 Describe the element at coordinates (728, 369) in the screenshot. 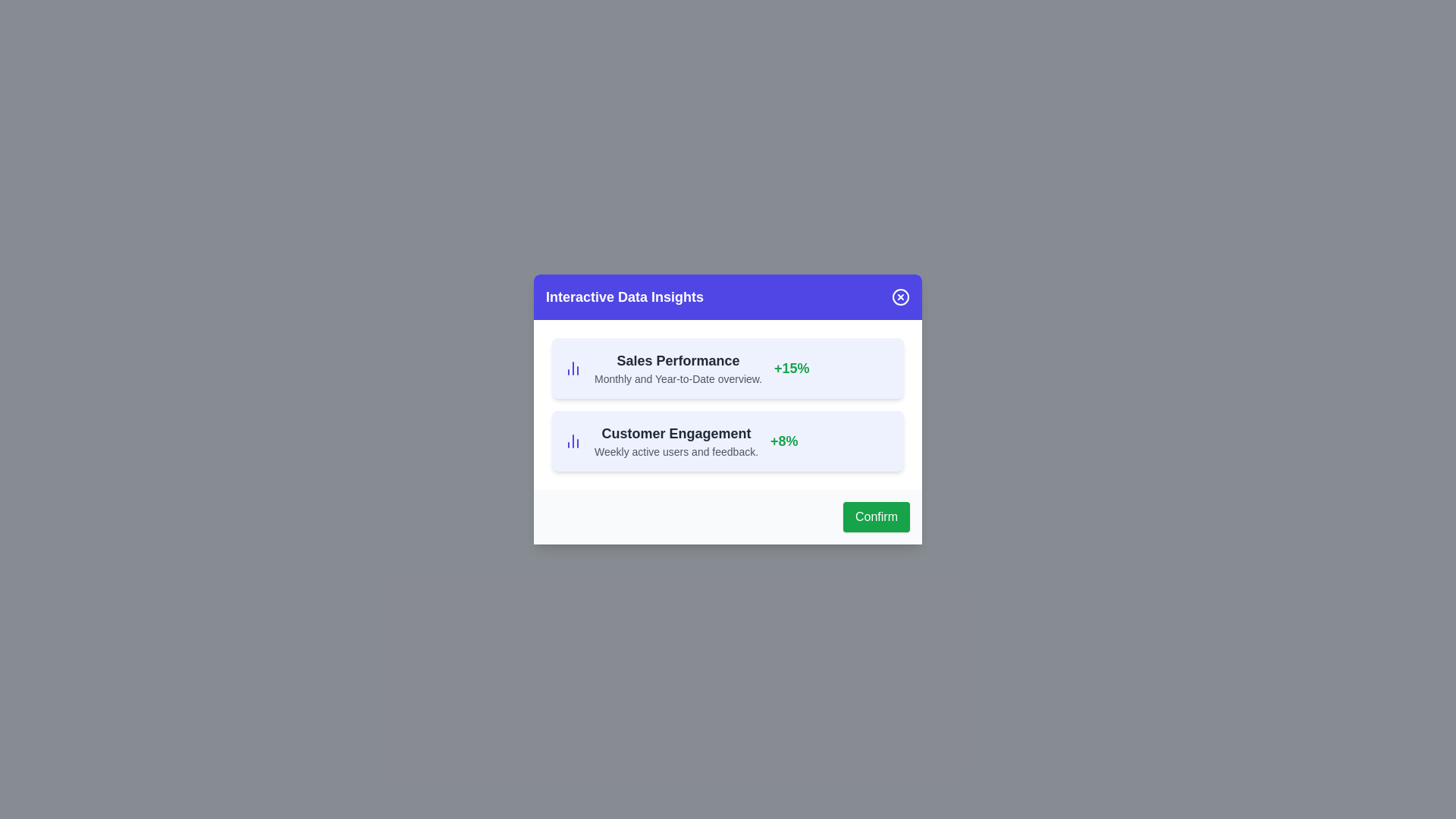

I see `the data item corresponding to Sales Performance` at that location.